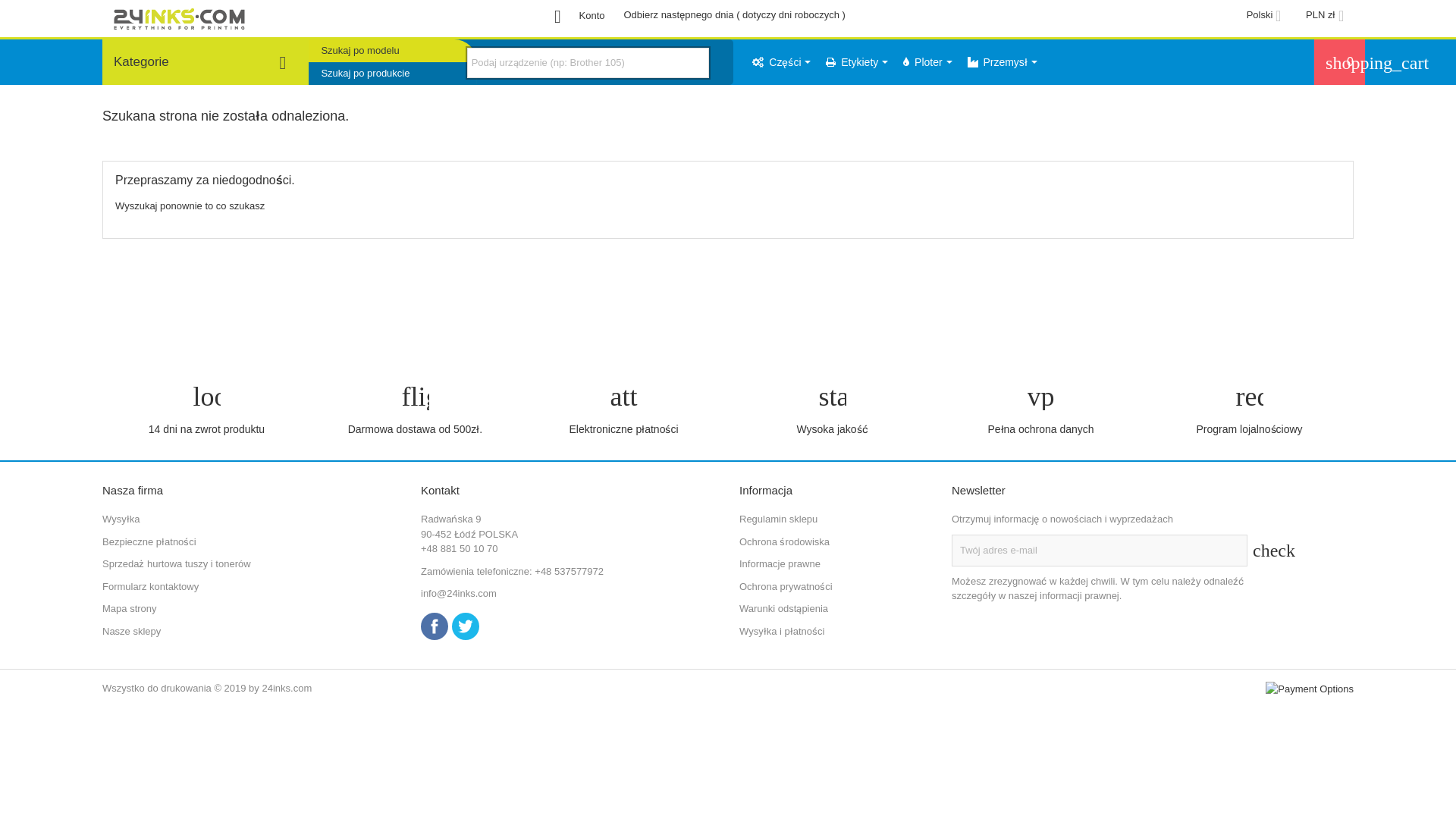 The image size is (1456, 819). Describe the element at coordinates (856, 61) in the screenshot. I see `'Etykiety'` at that location.